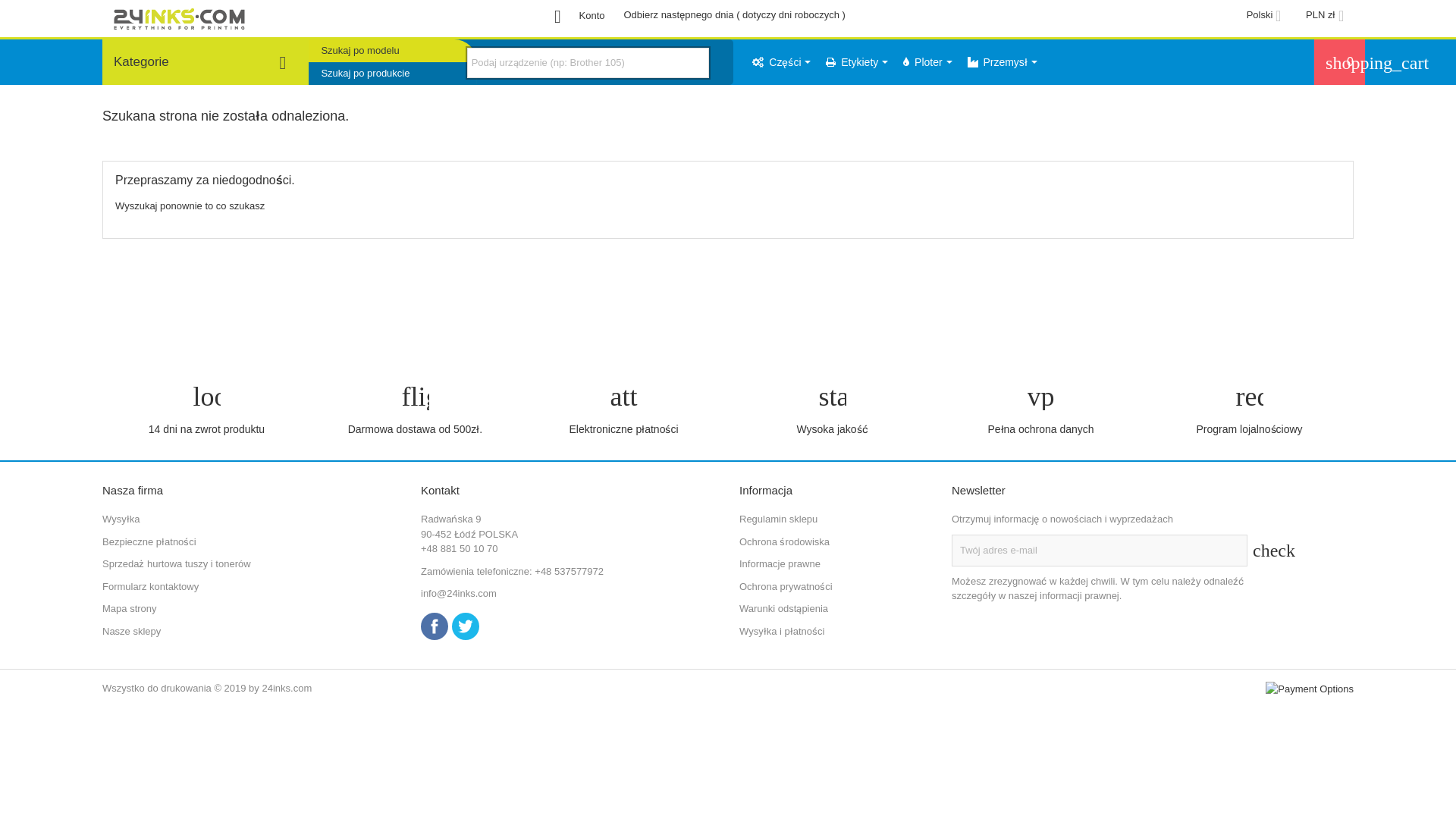 The image size is (1456, 819). Describe the element at coordinates (856, 61) in the screenshot. I see `'Etykiety'` at that location.